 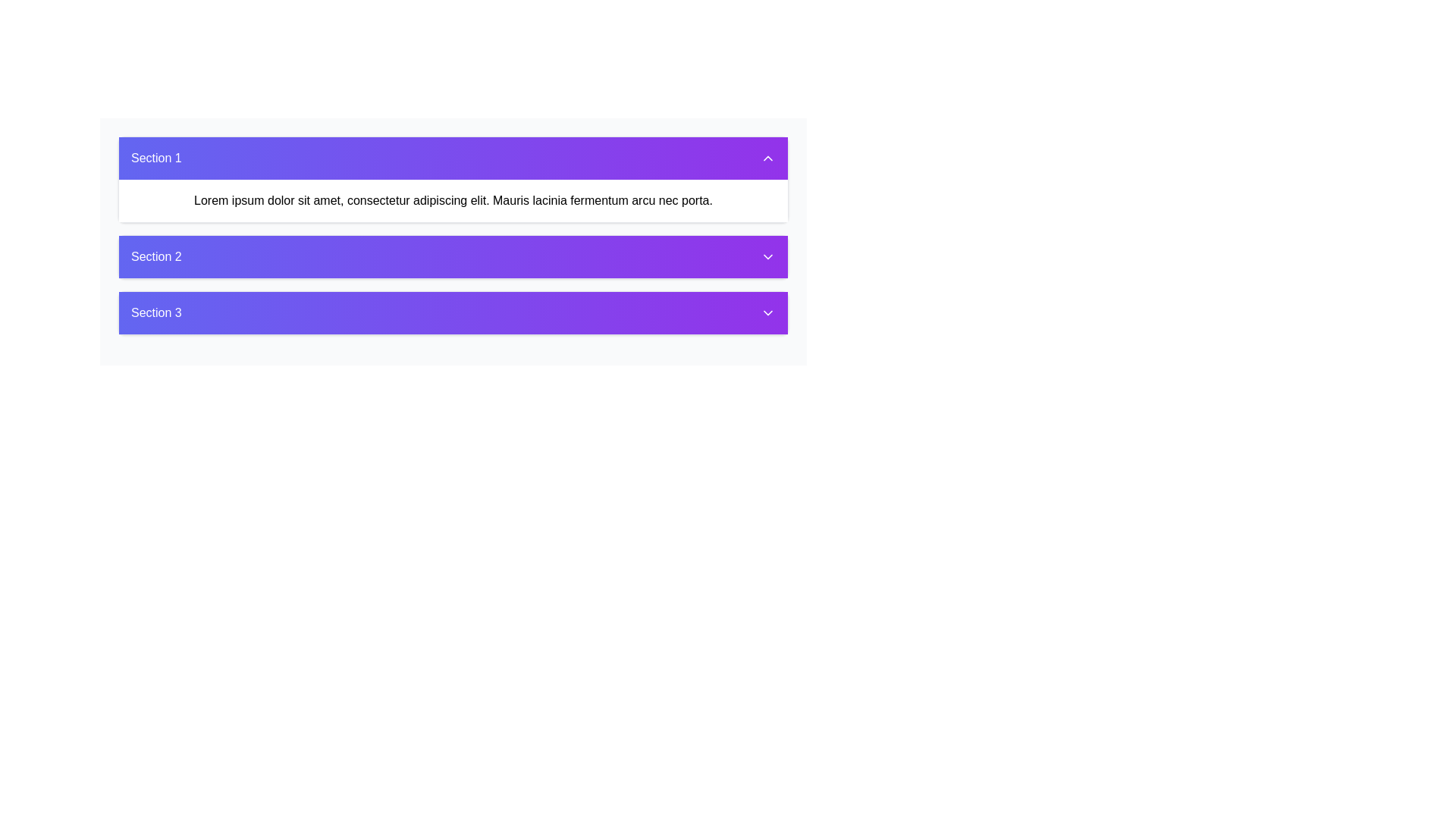 What do you see at coordinates (767, 158) in the screenshot?
I see `the toggle icon in the header of Section 1` at bounding box center [767, 158].